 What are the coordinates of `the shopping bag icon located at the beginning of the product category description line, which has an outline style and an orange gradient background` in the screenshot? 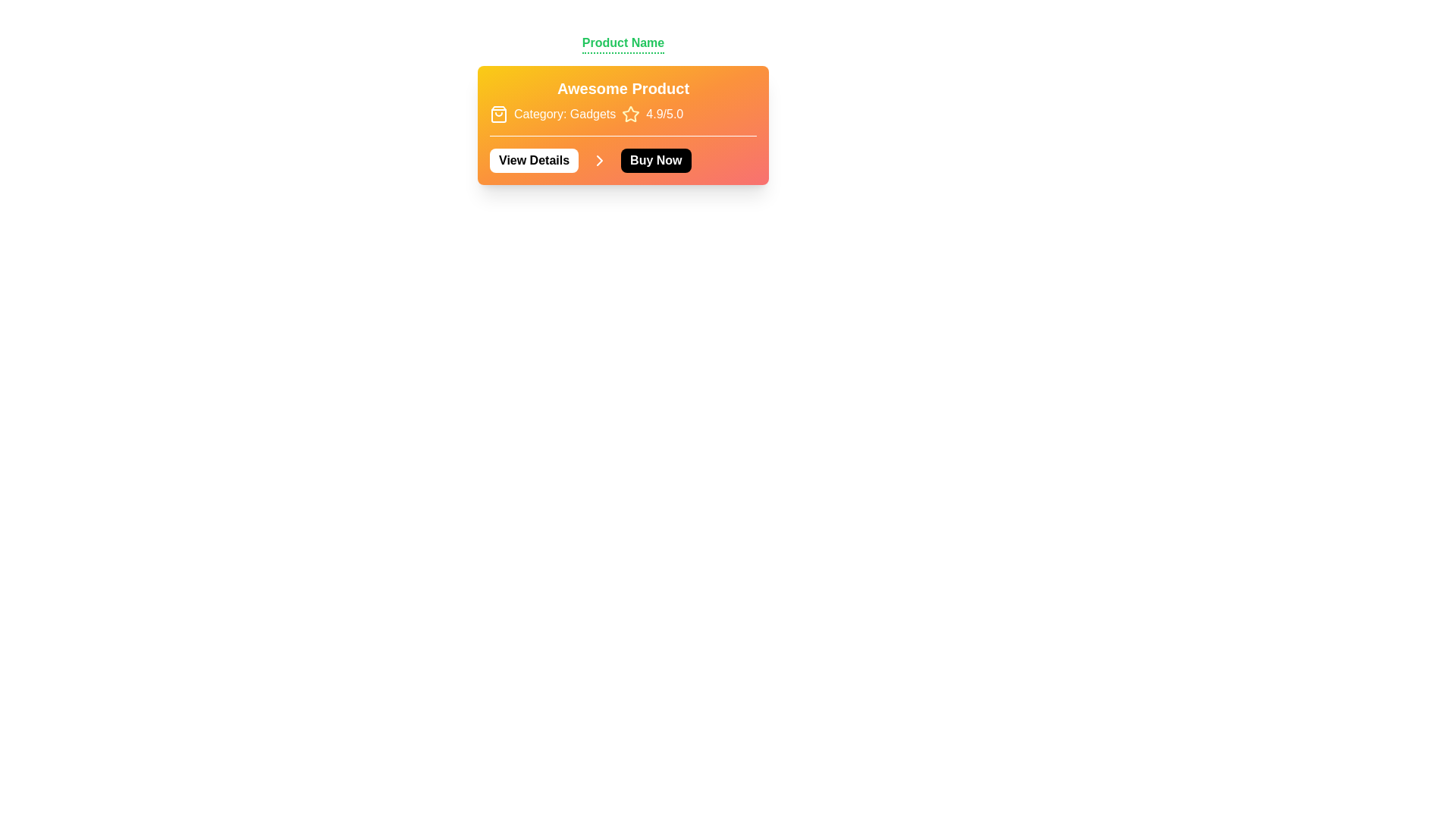 It's located at (498, 113).